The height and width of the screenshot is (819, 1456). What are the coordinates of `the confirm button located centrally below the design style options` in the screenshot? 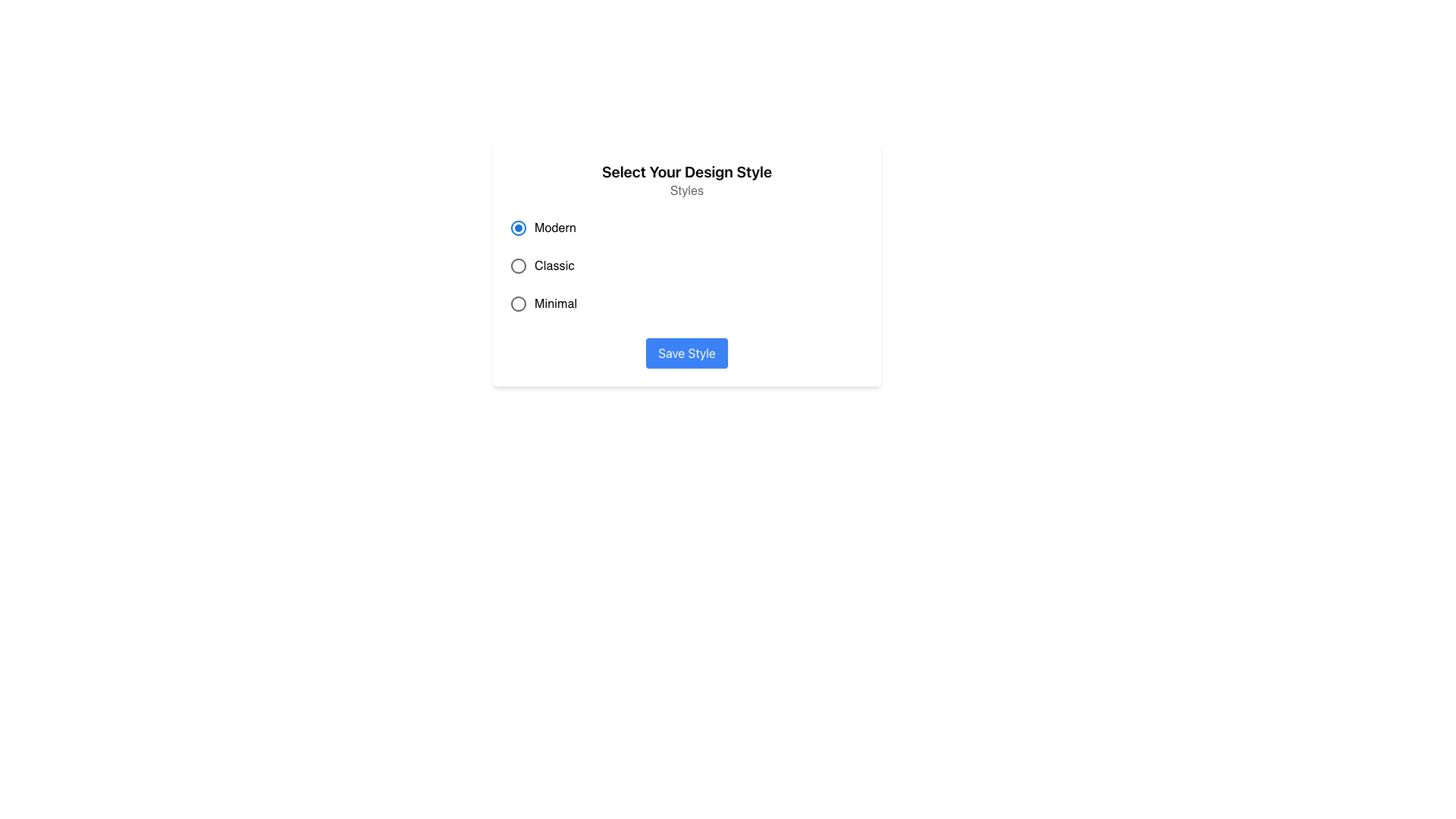 It's located at (686, 353).